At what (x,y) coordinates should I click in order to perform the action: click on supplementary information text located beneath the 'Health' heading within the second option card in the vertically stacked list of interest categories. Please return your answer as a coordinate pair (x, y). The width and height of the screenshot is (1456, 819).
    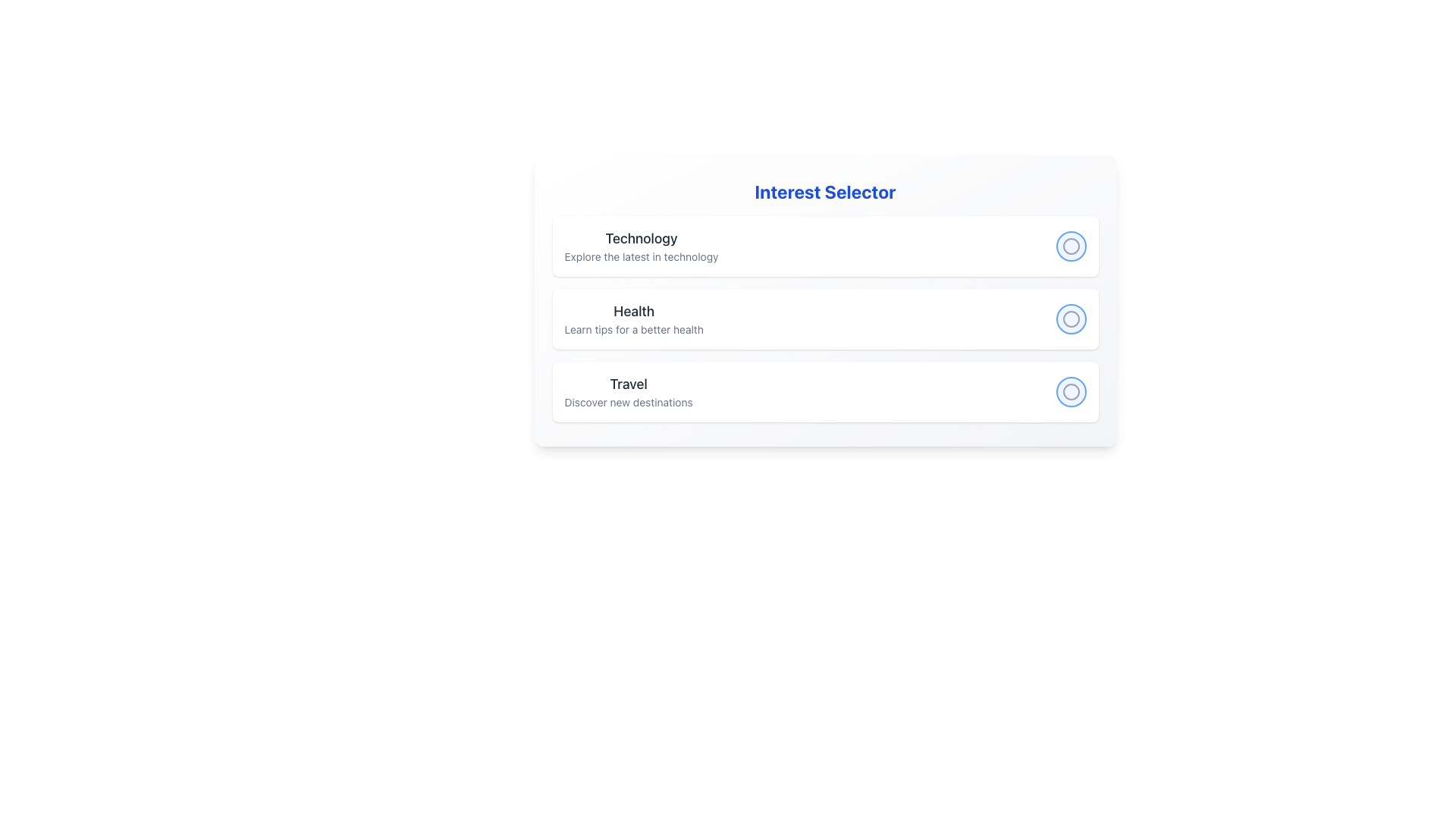
    Looking at the image, I should click on (634, 329).